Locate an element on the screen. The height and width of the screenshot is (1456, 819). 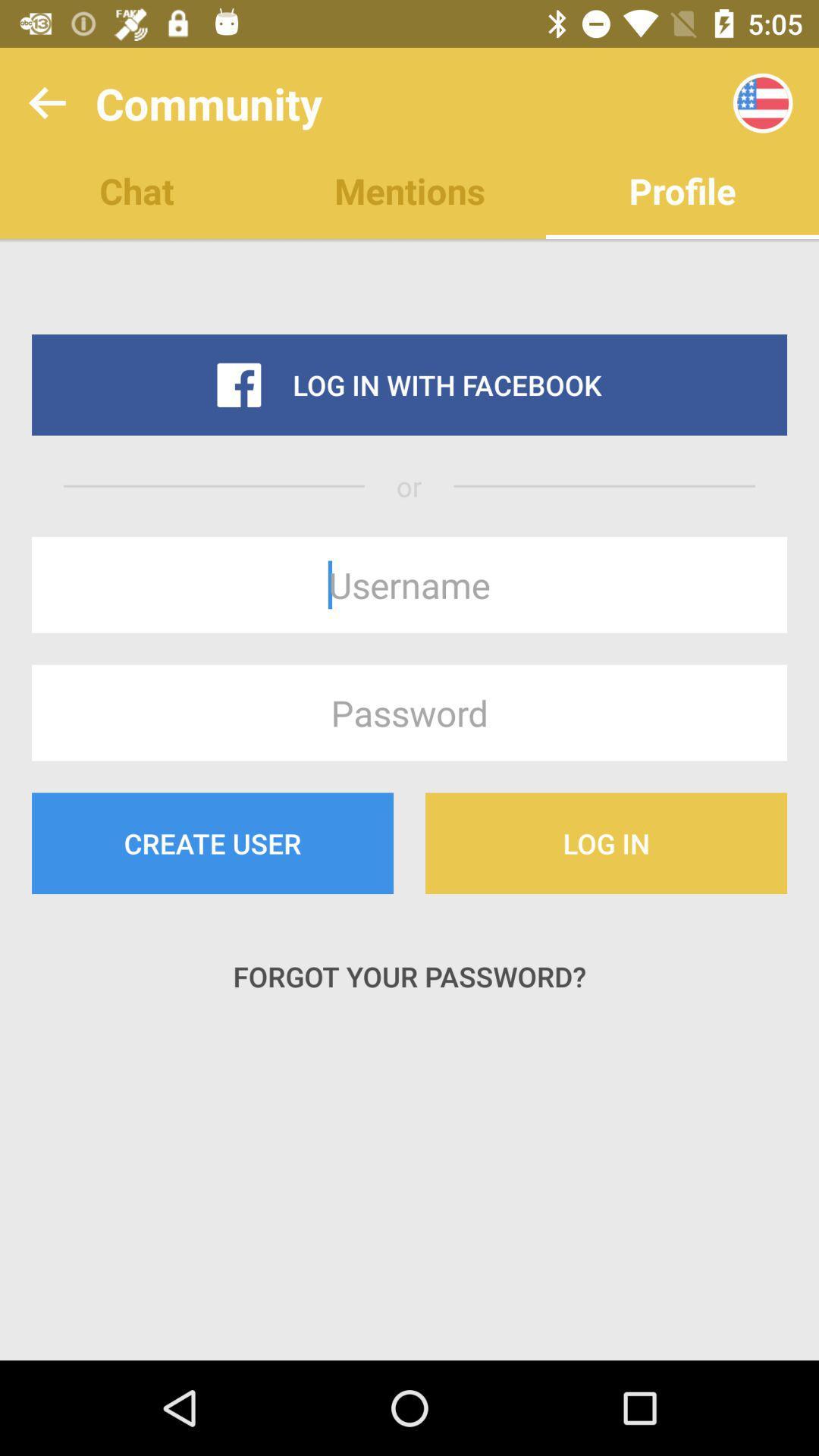
password area is located at coordinates (409, 712).